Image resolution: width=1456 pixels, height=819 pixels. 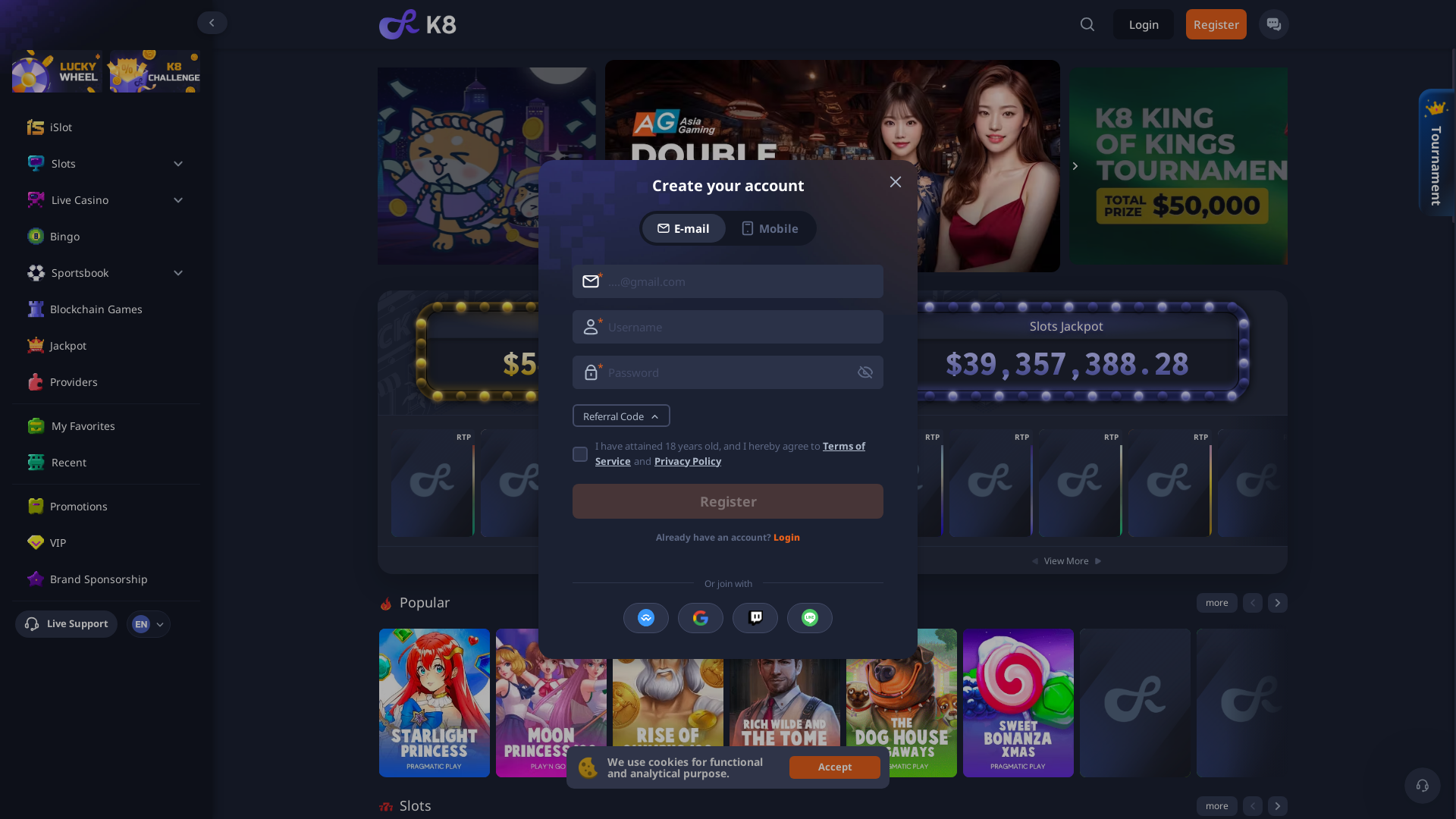 I want to click on 'Rich Wilde and the Tome of Madness', so click(x=785, y=702).